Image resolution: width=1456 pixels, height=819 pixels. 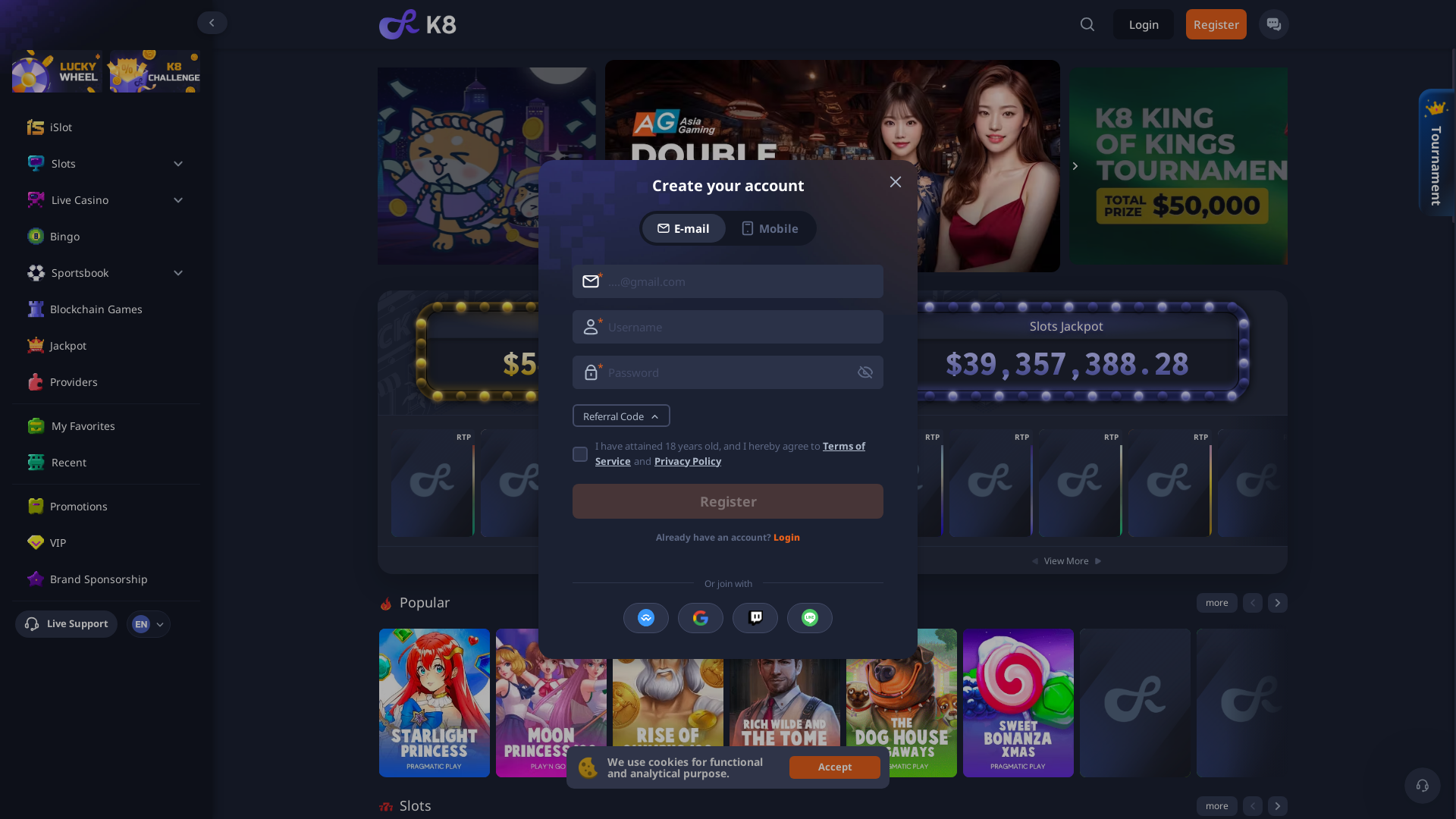 I want to click on 'Rich Wilde and the Tome of Madness', so click(x=785, y=702).